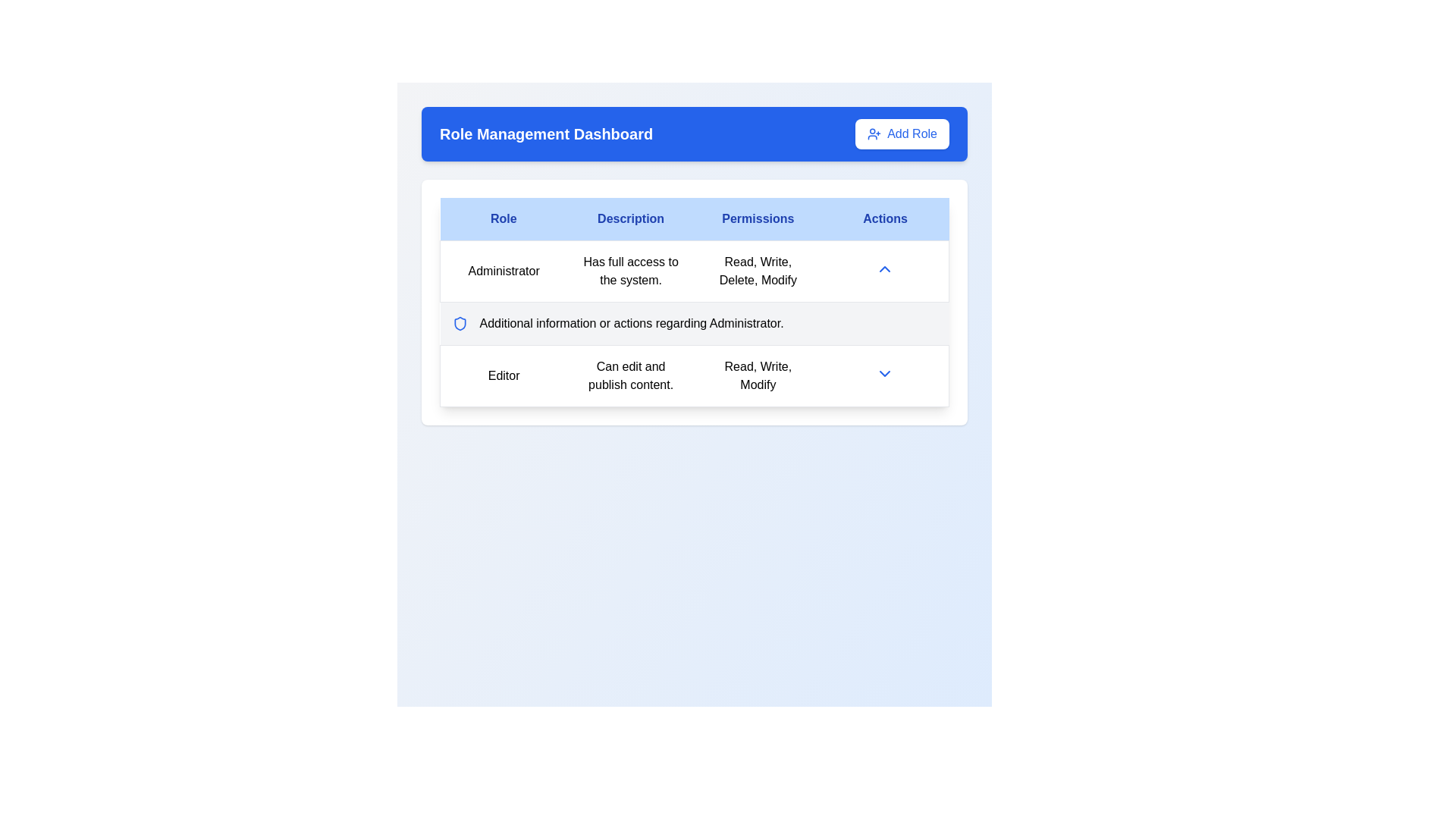 Image resolution: width=1456 pixels, height=819 pixels. What do you see at coordinates (885, 219) in the screenshot?
I see `the 'Actions' table column header, which is the last column header styled with a blue background and white text` at bounding box center [885, 219].